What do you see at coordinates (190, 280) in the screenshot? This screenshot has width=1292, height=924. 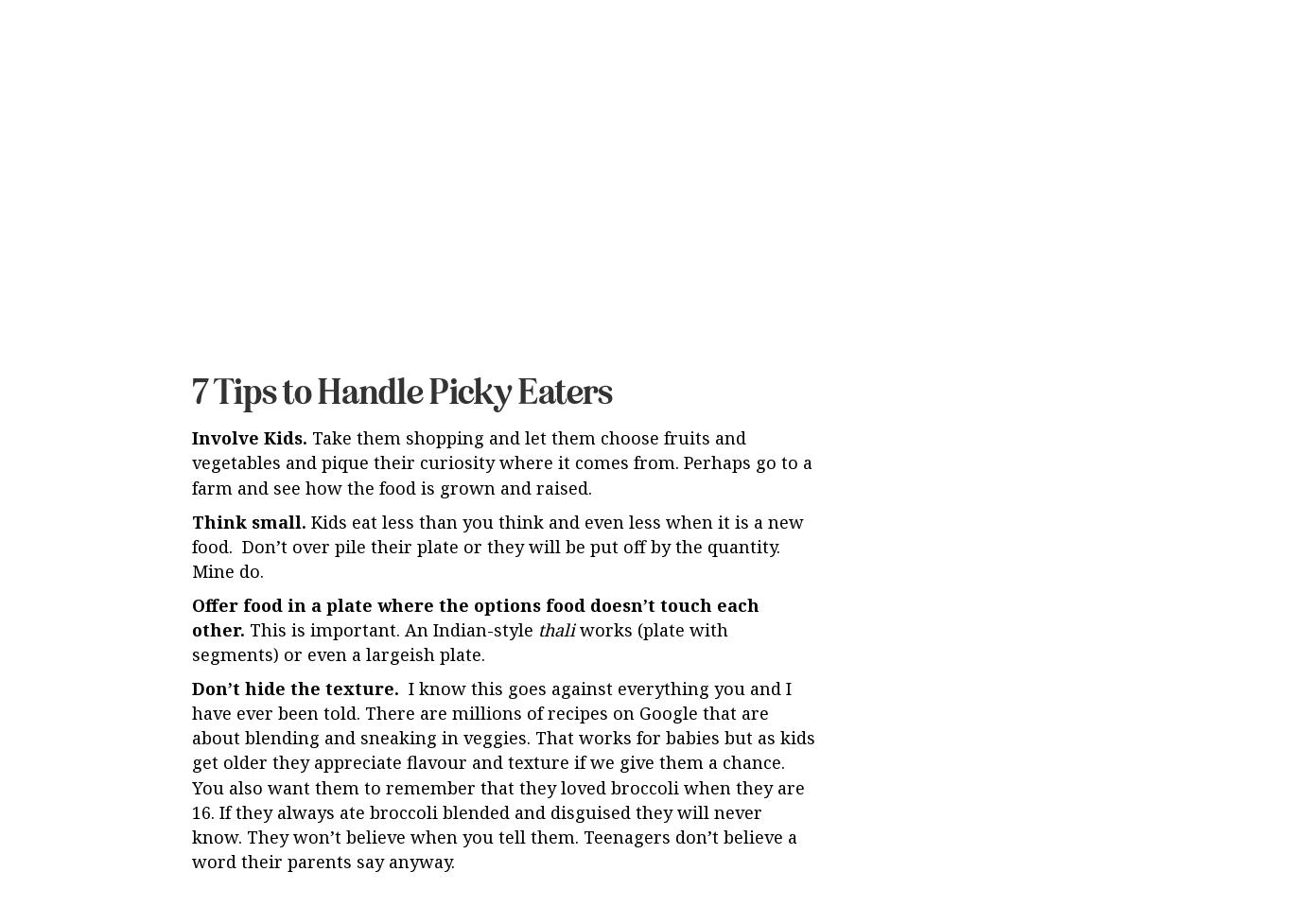 I see `'Involve Kids.'` at bounding box center [190, 280].